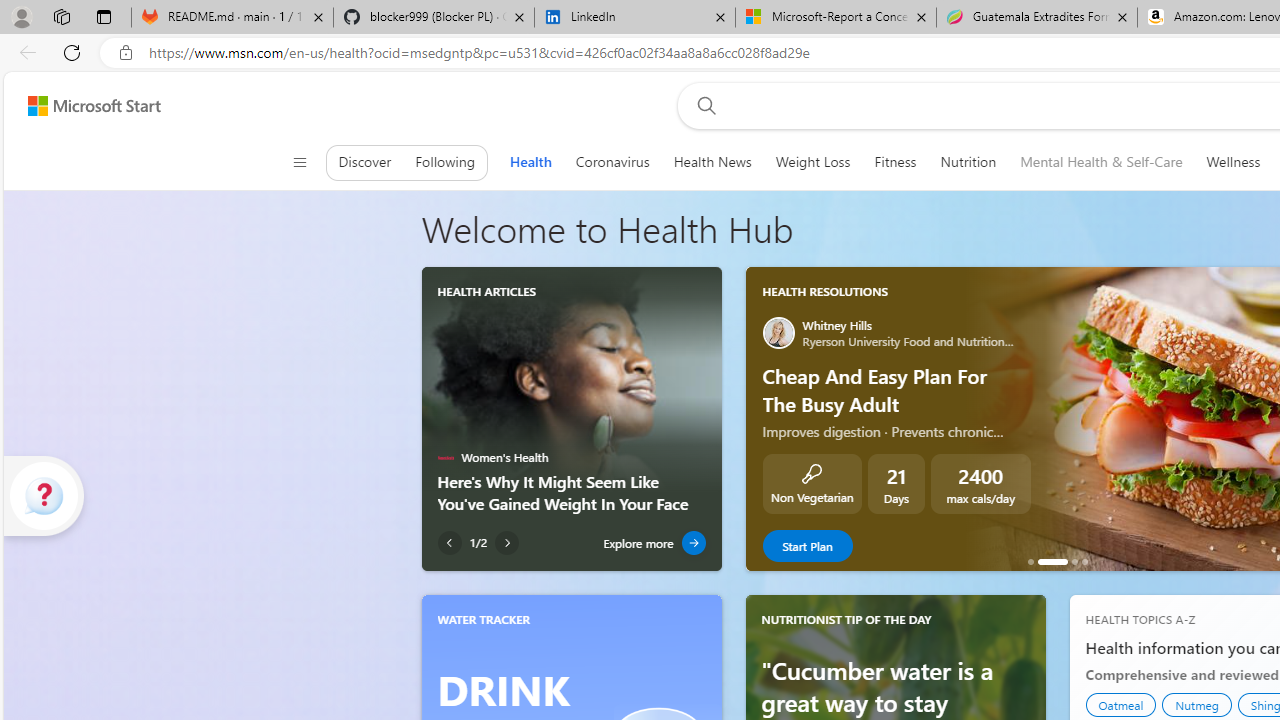 The image size is (1280, 720). Describe the element at coordinates (894, 161) in the screenshot. I see `'Fitness'` at that location.